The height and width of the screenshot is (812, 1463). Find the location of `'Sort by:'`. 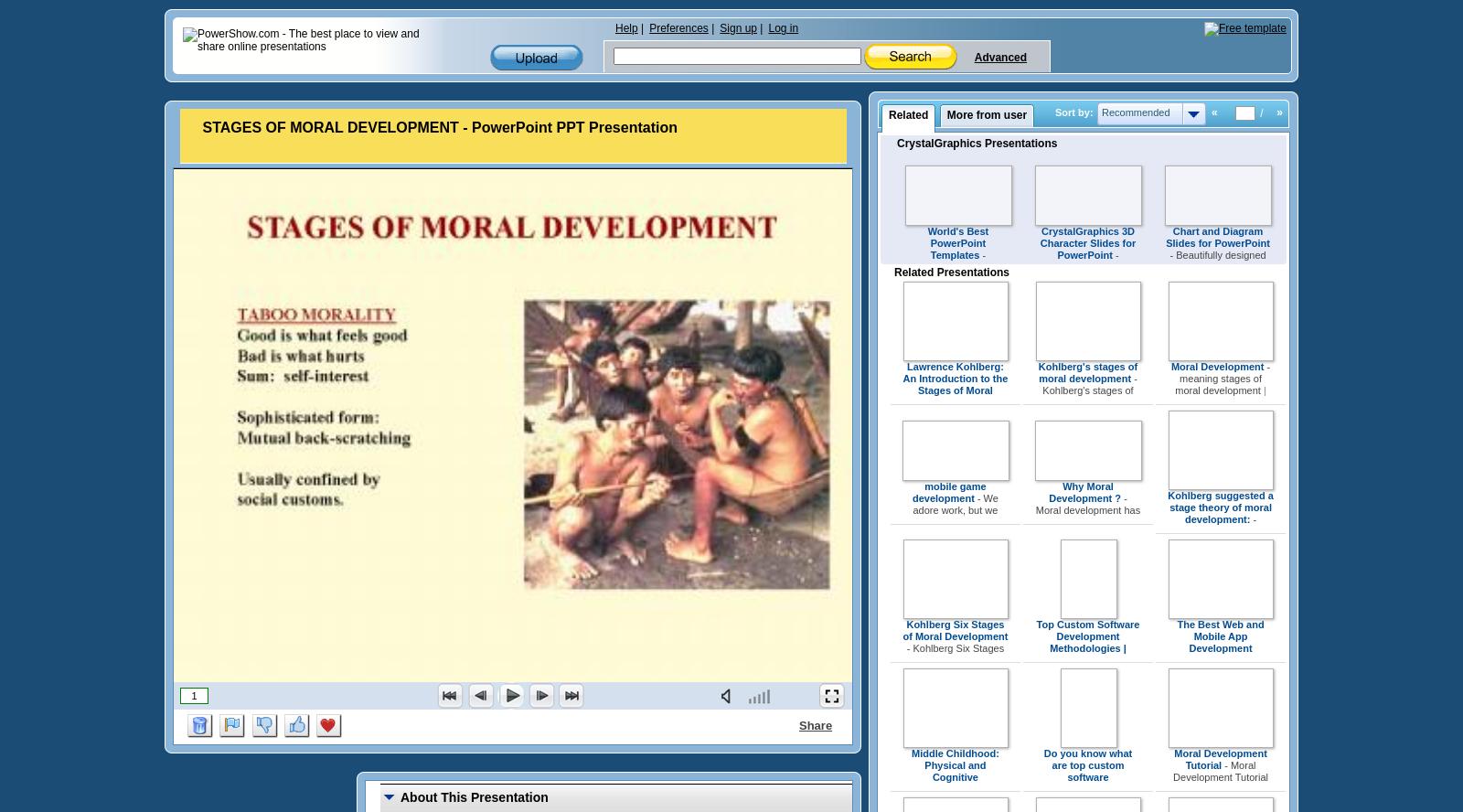

'Sort by:' is located at coordinates (1073, 112).